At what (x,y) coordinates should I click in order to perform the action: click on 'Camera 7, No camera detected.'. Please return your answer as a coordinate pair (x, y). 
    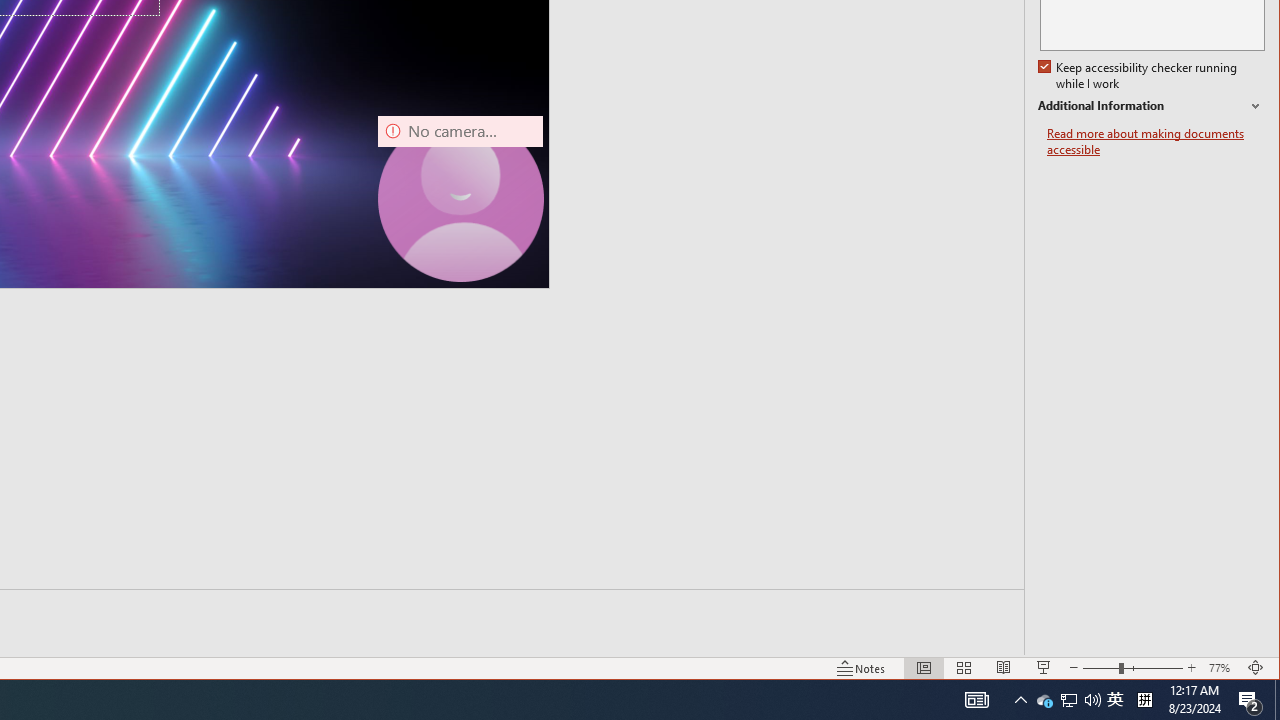
    Looking at the image, I should click on (459, 198).